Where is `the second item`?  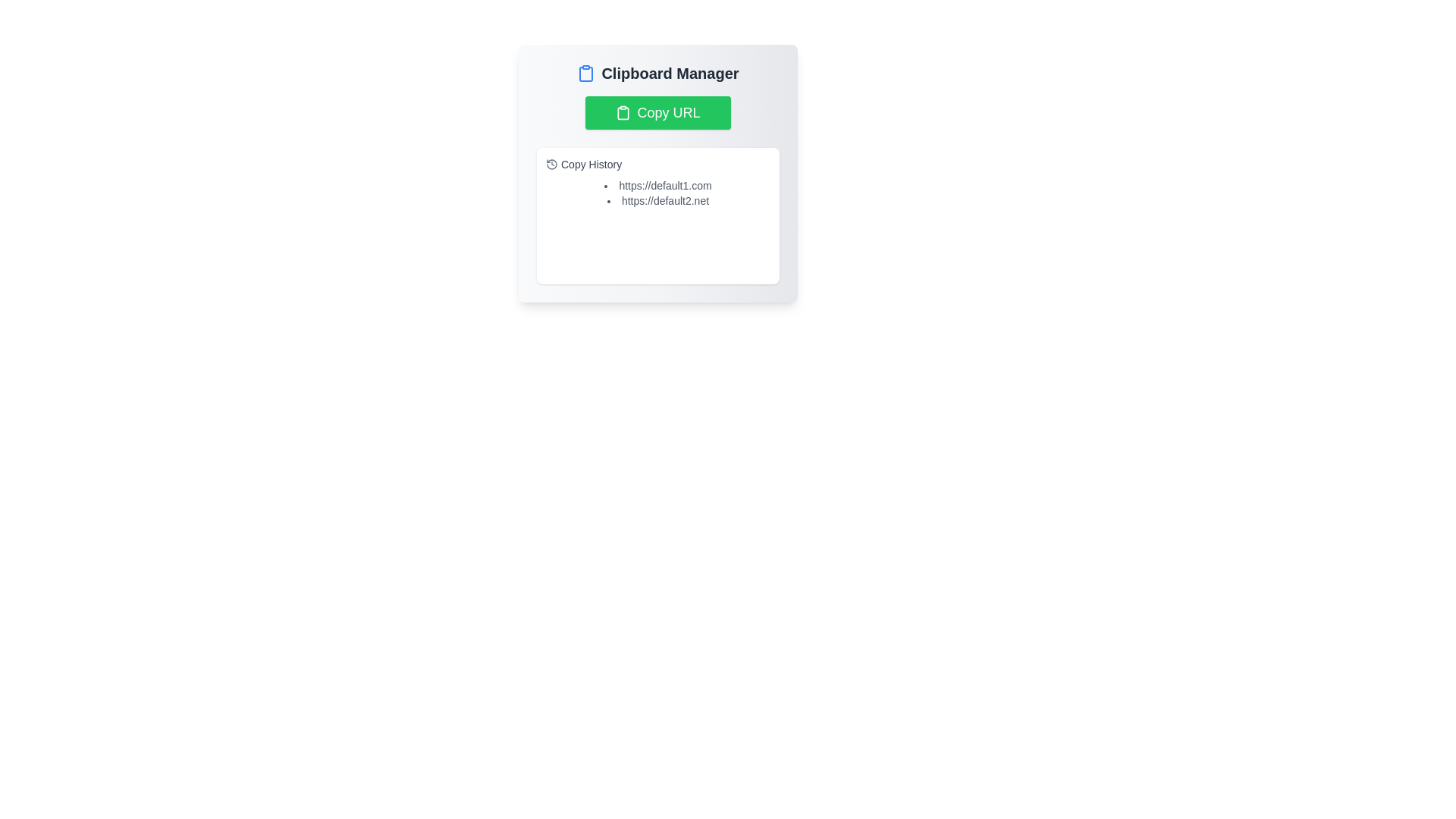 the second item is located at coordinates (658, 200).